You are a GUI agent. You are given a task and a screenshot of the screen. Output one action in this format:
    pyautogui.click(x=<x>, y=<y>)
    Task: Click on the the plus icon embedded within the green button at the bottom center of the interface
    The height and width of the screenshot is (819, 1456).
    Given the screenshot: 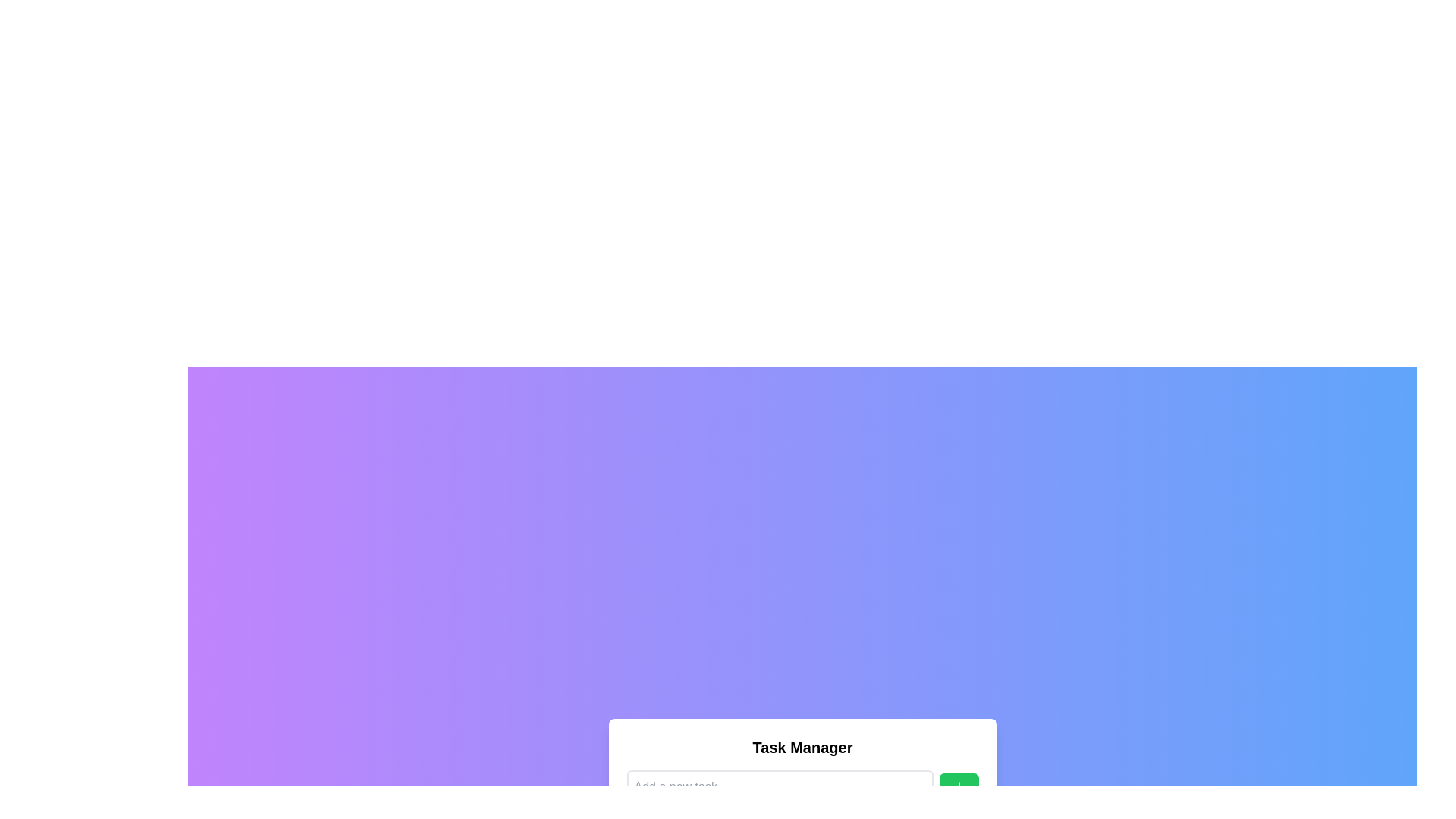 What is the action you would take?
    pyautogui.click(x=958, y=786)
    